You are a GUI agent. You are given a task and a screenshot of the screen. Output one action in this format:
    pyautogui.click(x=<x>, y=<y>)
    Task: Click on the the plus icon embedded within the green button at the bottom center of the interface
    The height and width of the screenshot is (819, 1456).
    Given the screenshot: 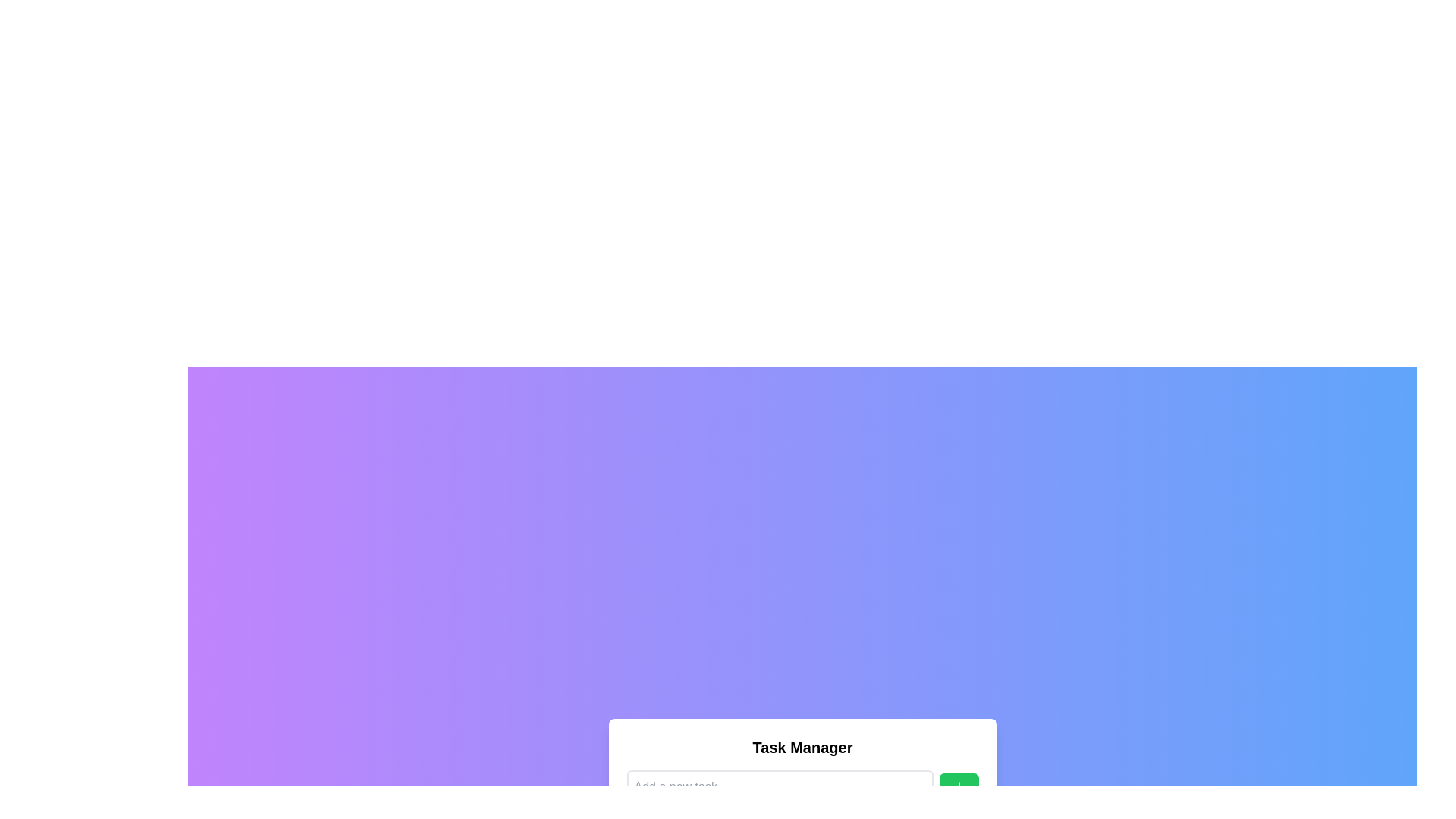 What is the action you would take?
    pyautogui.click(x=958, y=786)
    